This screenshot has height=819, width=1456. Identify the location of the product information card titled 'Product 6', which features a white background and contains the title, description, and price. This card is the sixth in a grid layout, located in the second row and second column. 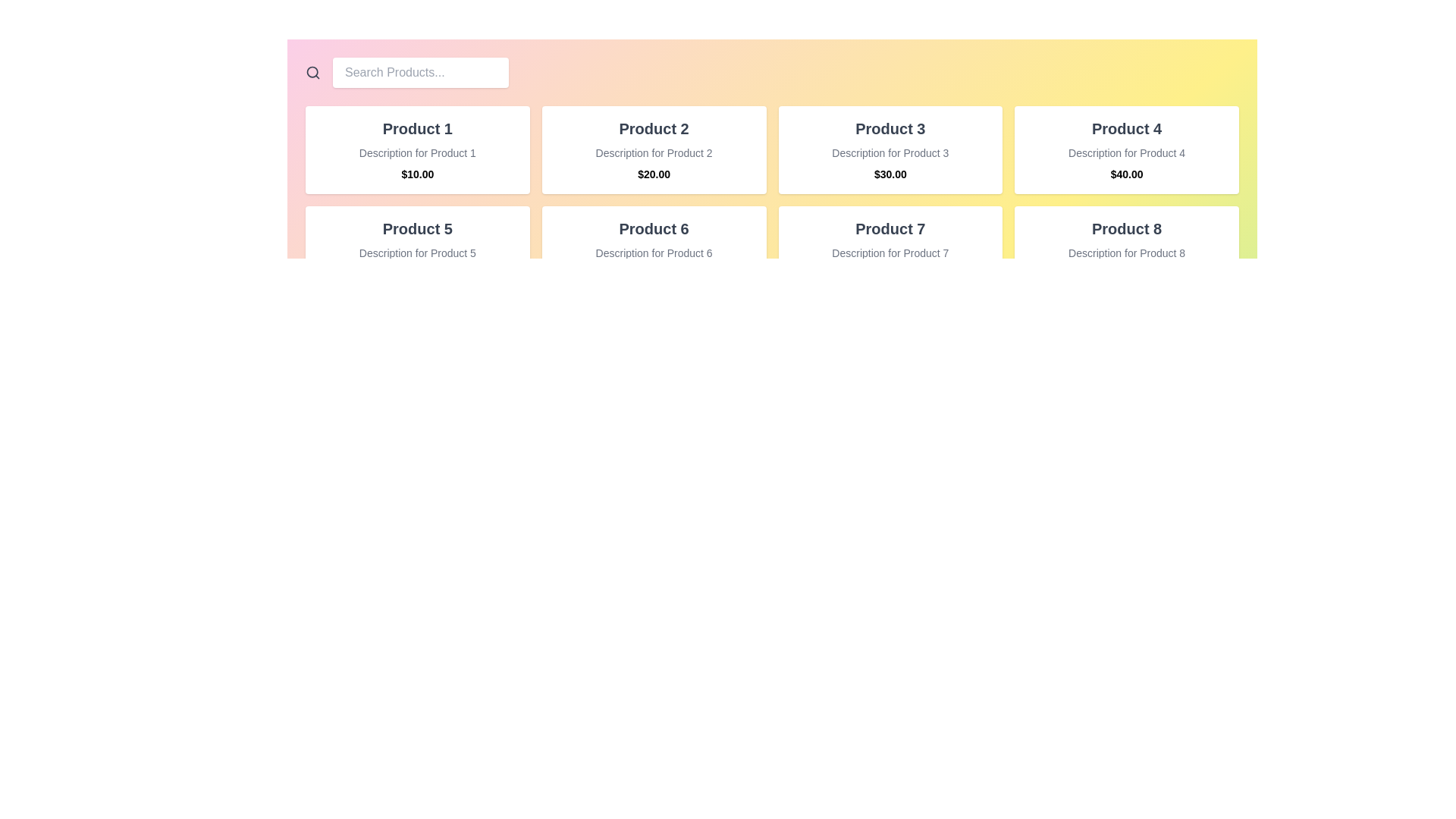
(654, 249).